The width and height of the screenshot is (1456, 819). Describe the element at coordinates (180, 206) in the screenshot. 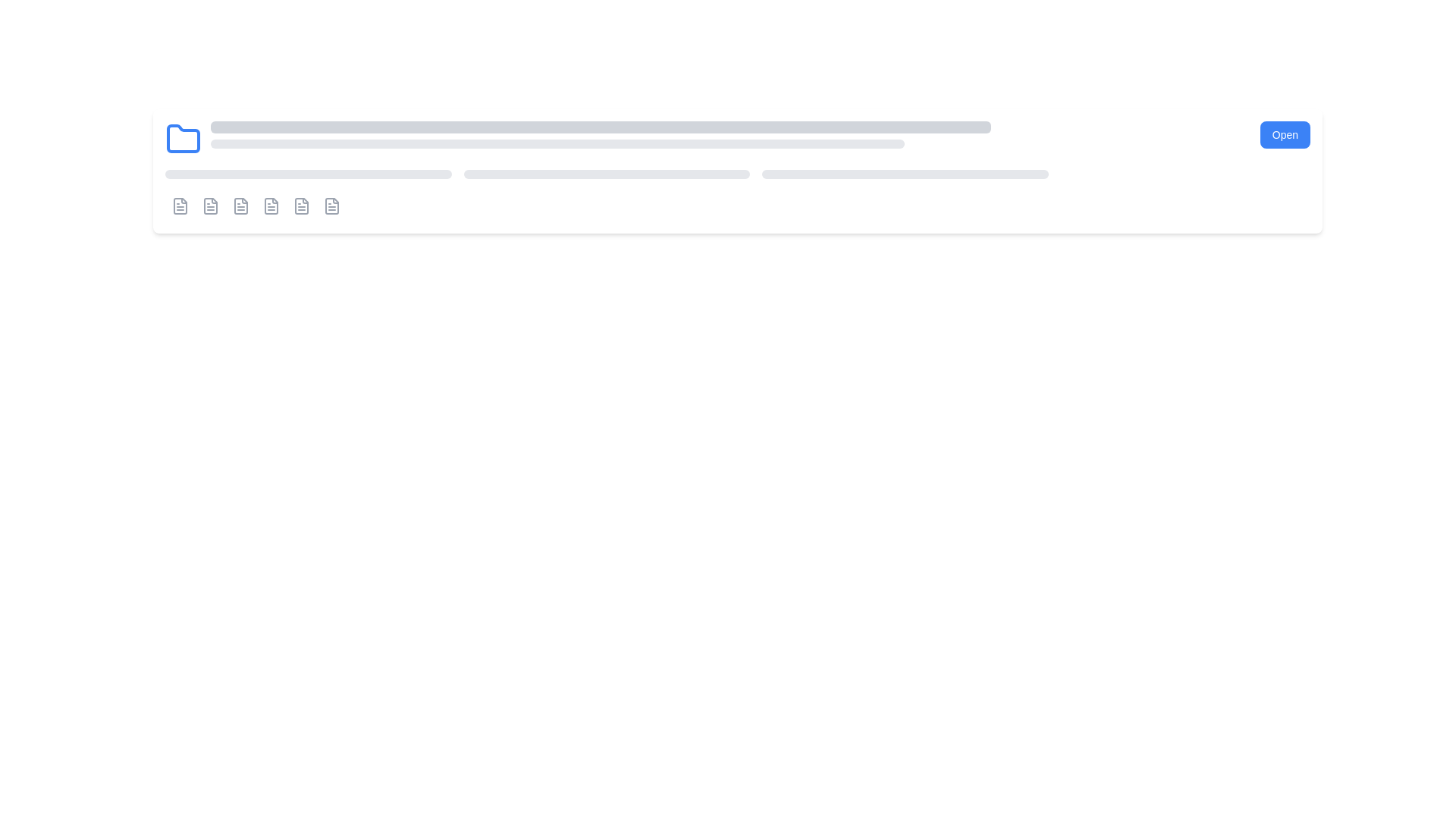

I see `the first document icon in the bottom-left region of the row of similar icons` at that location.